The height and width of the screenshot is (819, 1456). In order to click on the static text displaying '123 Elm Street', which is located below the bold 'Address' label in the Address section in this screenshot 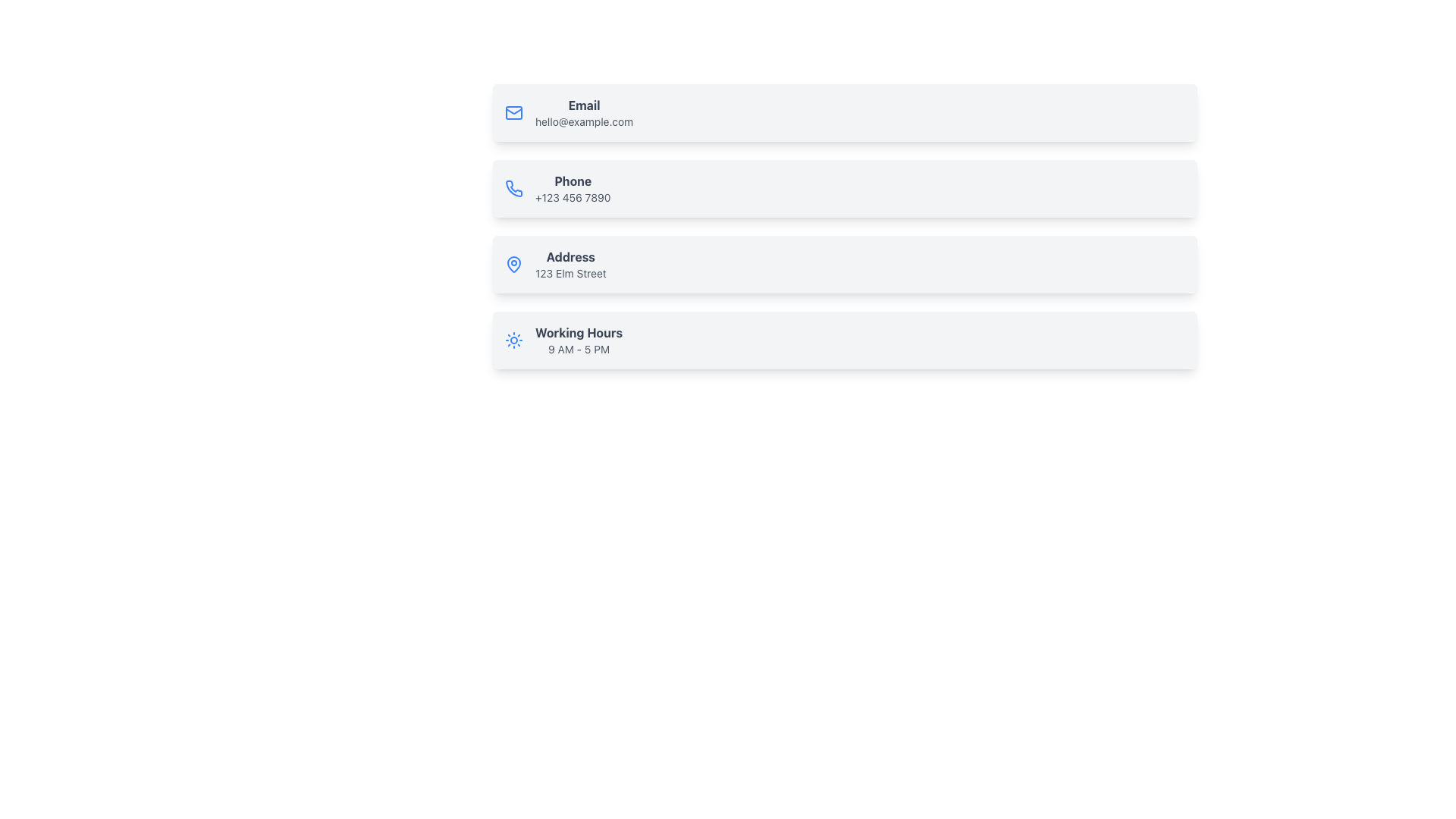, I will do `click(570, 274)`.